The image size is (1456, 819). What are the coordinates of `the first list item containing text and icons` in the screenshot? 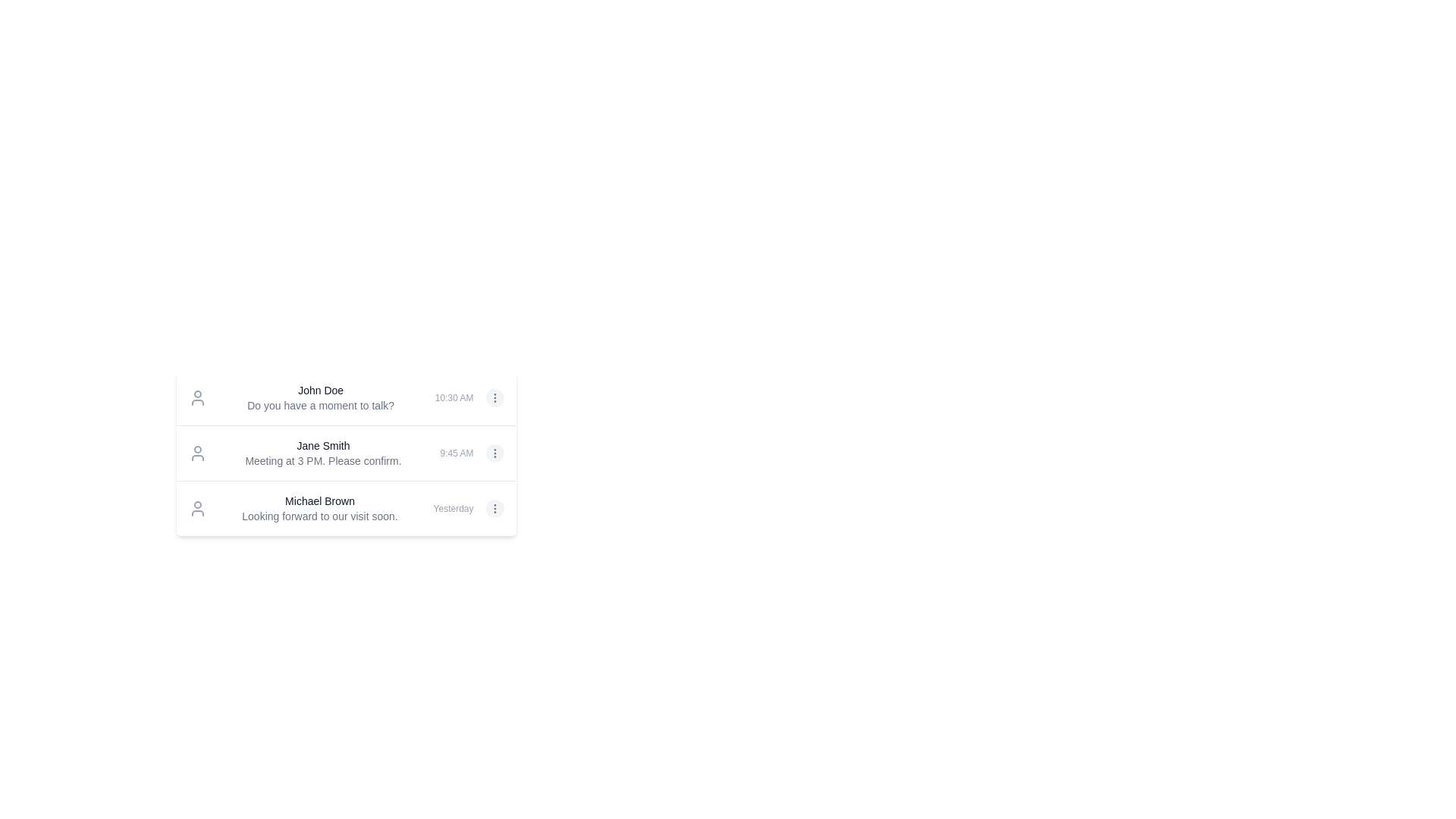 It's located at (345, 397).